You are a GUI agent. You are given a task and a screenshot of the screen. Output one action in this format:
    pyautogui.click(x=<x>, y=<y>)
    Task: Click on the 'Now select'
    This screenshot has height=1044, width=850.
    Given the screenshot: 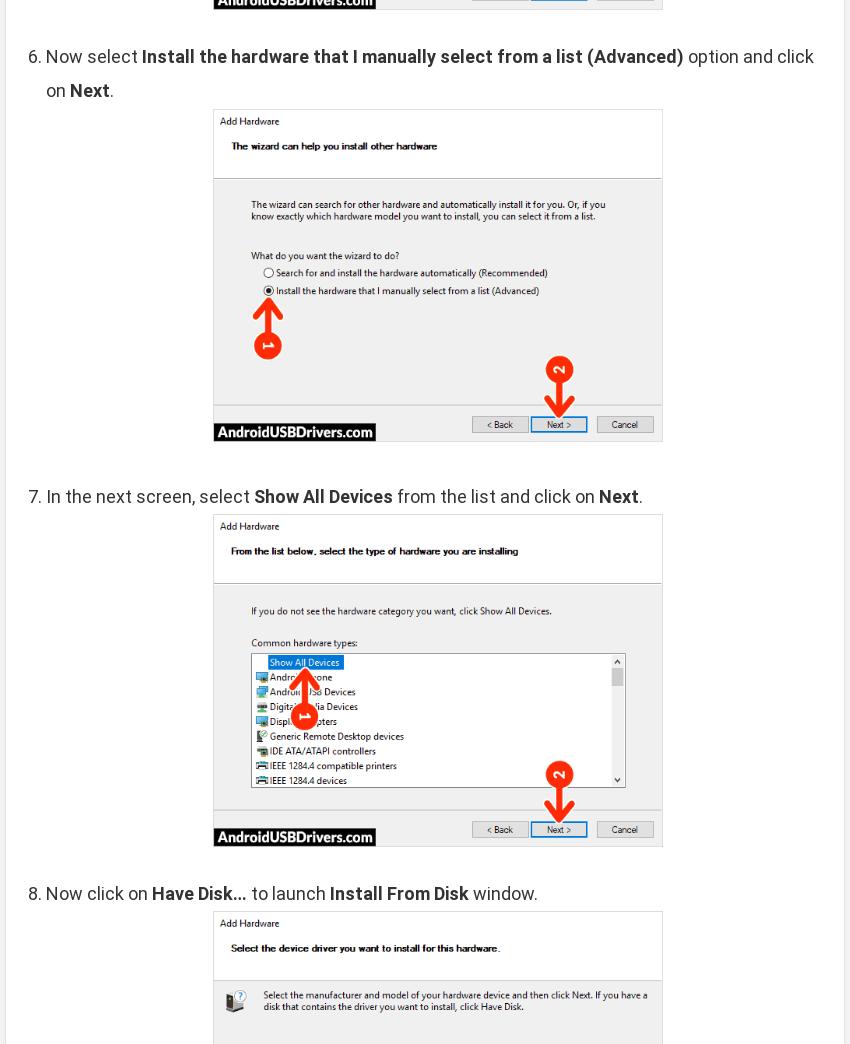 What is the action you would take?
    pyautogui.click(x=93, y=55)
    